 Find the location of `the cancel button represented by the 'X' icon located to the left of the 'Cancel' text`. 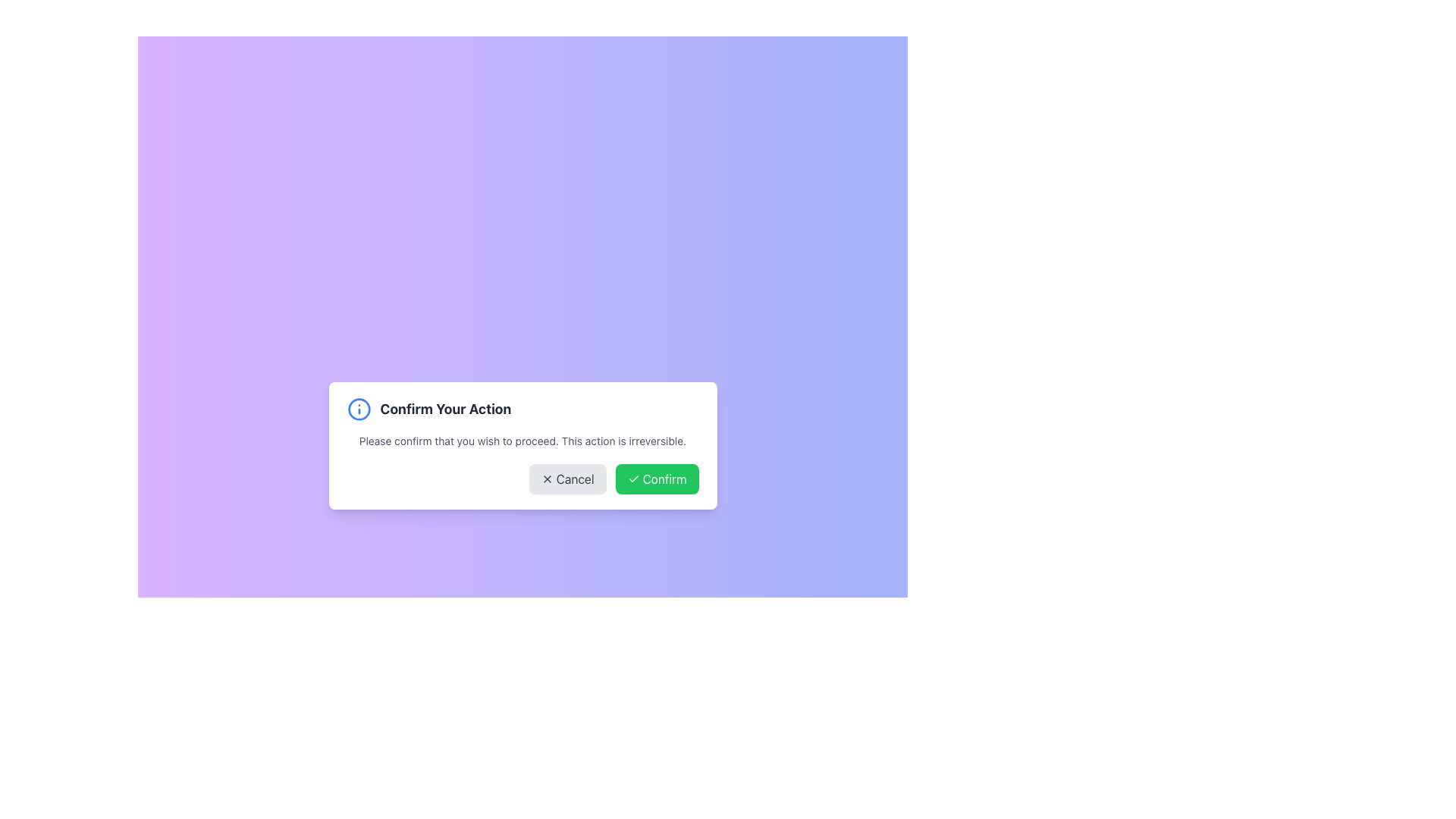

the cancel button represented by the 'X' icon located to the left of the 'Cancel' text is located at coordinates (546, 479).